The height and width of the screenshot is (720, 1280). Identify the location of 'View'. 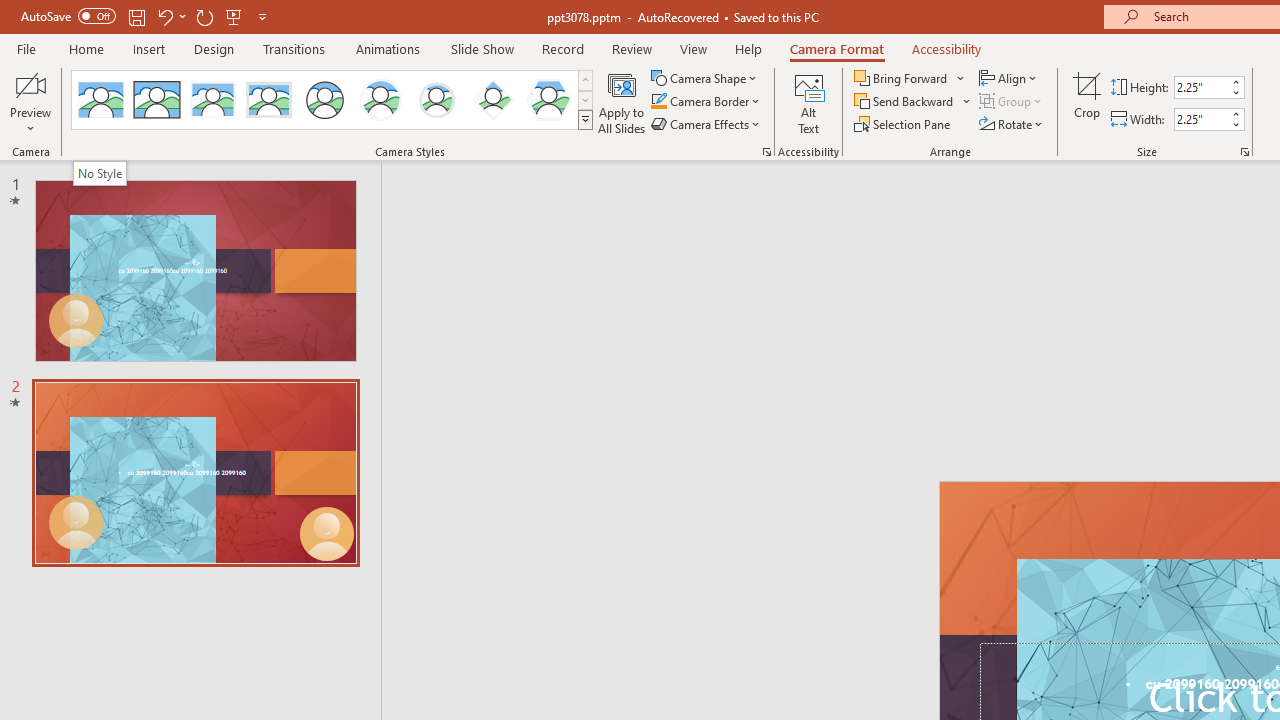
(693, 48).